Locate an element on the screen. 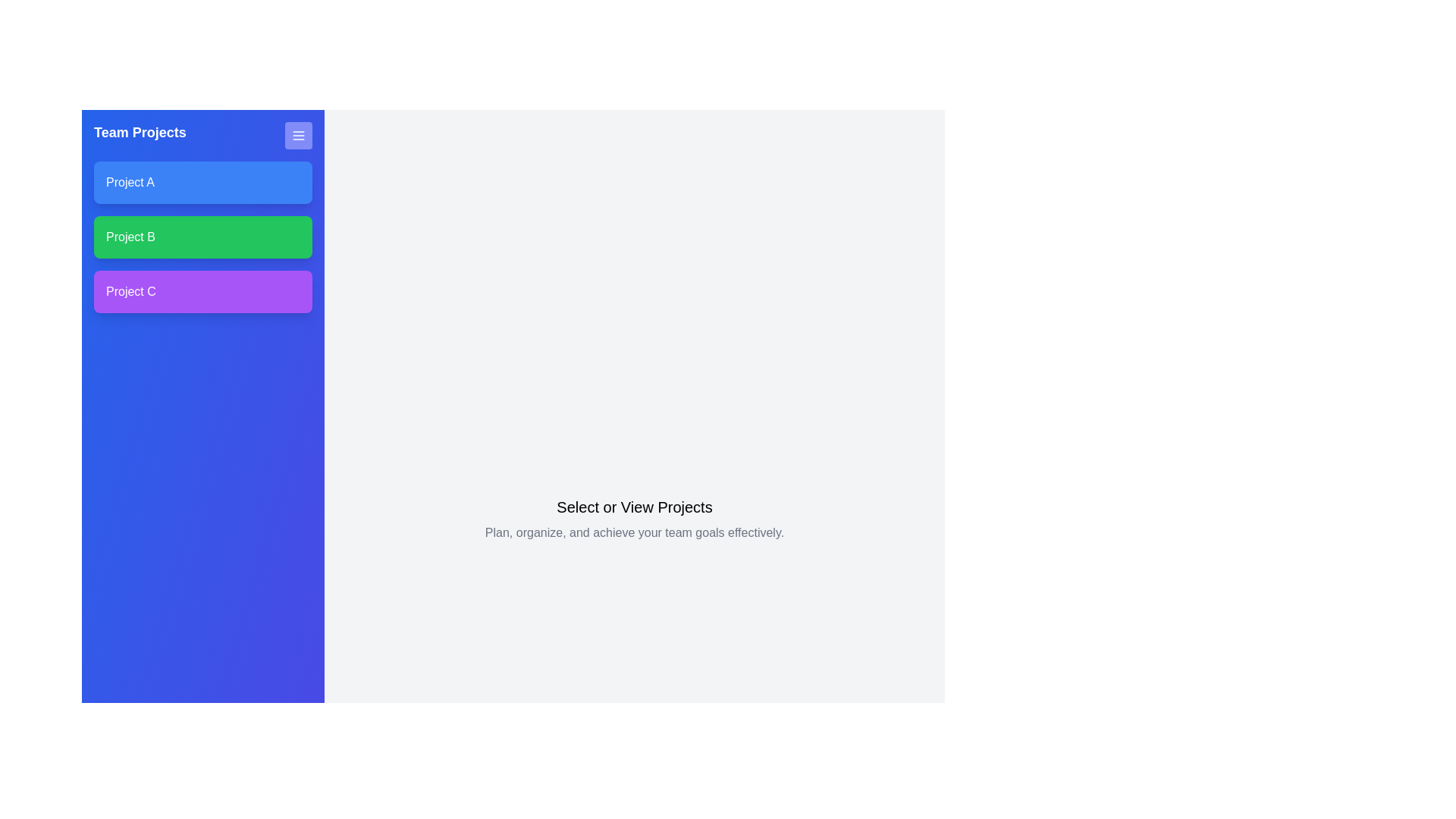  the button to toggle the drawer visibility is located at coordinates (298, 134).